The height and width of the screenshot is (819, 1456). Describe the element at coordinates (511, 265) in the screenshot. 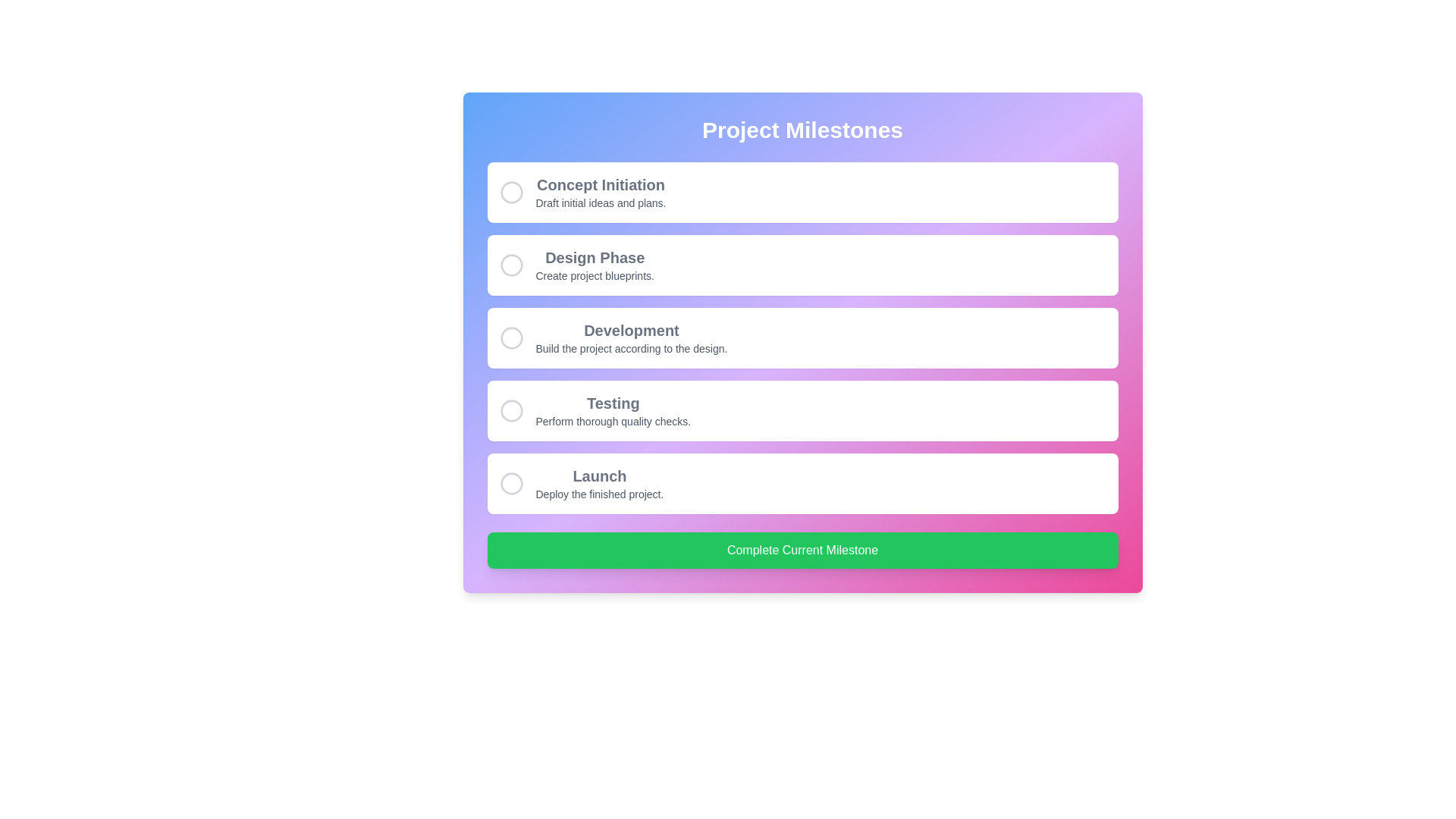

I see `the circular decorative icon or progress indicator located at the left side of the 'Design Phase' milestone in the vertical list` at that location.